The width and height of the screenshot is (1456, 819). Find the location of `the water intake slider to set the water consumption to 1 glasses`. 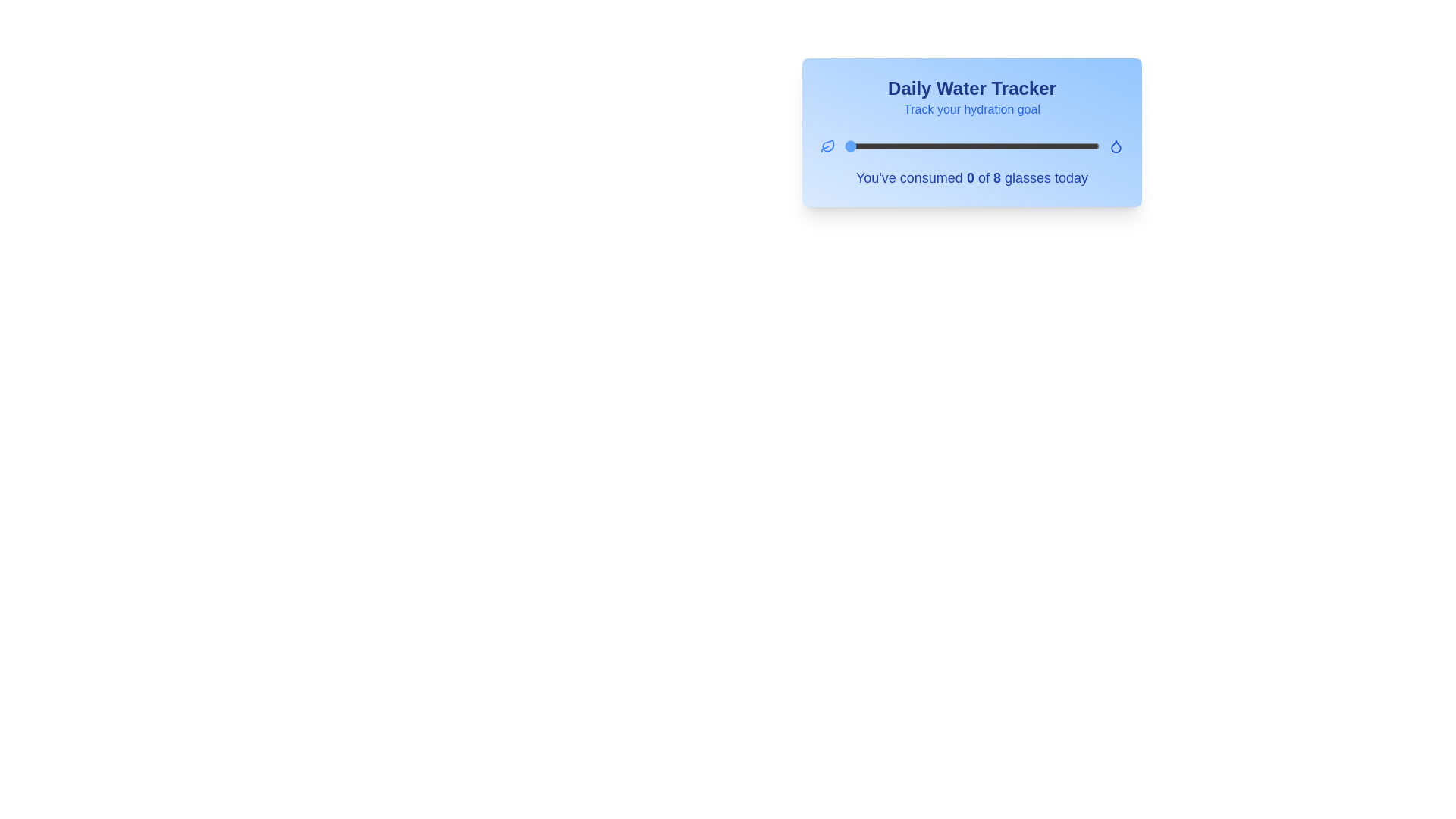

the water intake slider to set the water consumption to 1 glasses is located at coordinates (877, 146).